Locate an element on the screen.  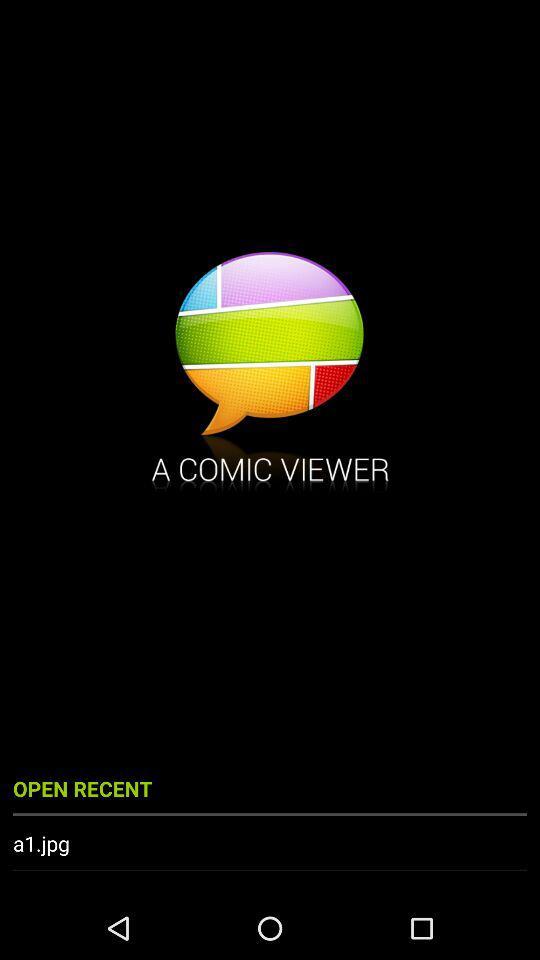
a1.jpg app is located at coordinates (270, 842).